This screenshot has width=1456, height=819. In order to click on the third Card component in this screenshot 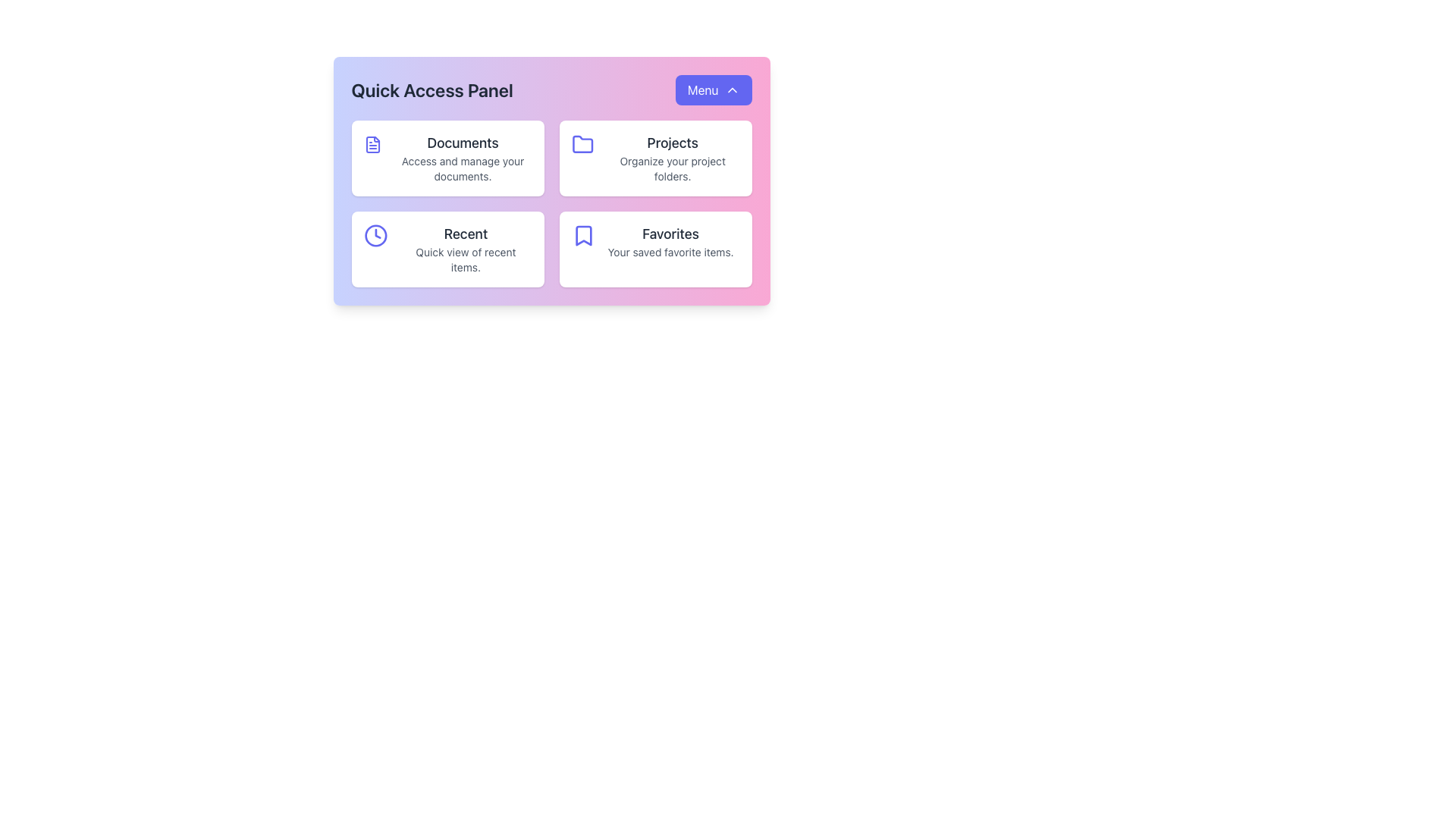, I will do `click(447, 248)`.